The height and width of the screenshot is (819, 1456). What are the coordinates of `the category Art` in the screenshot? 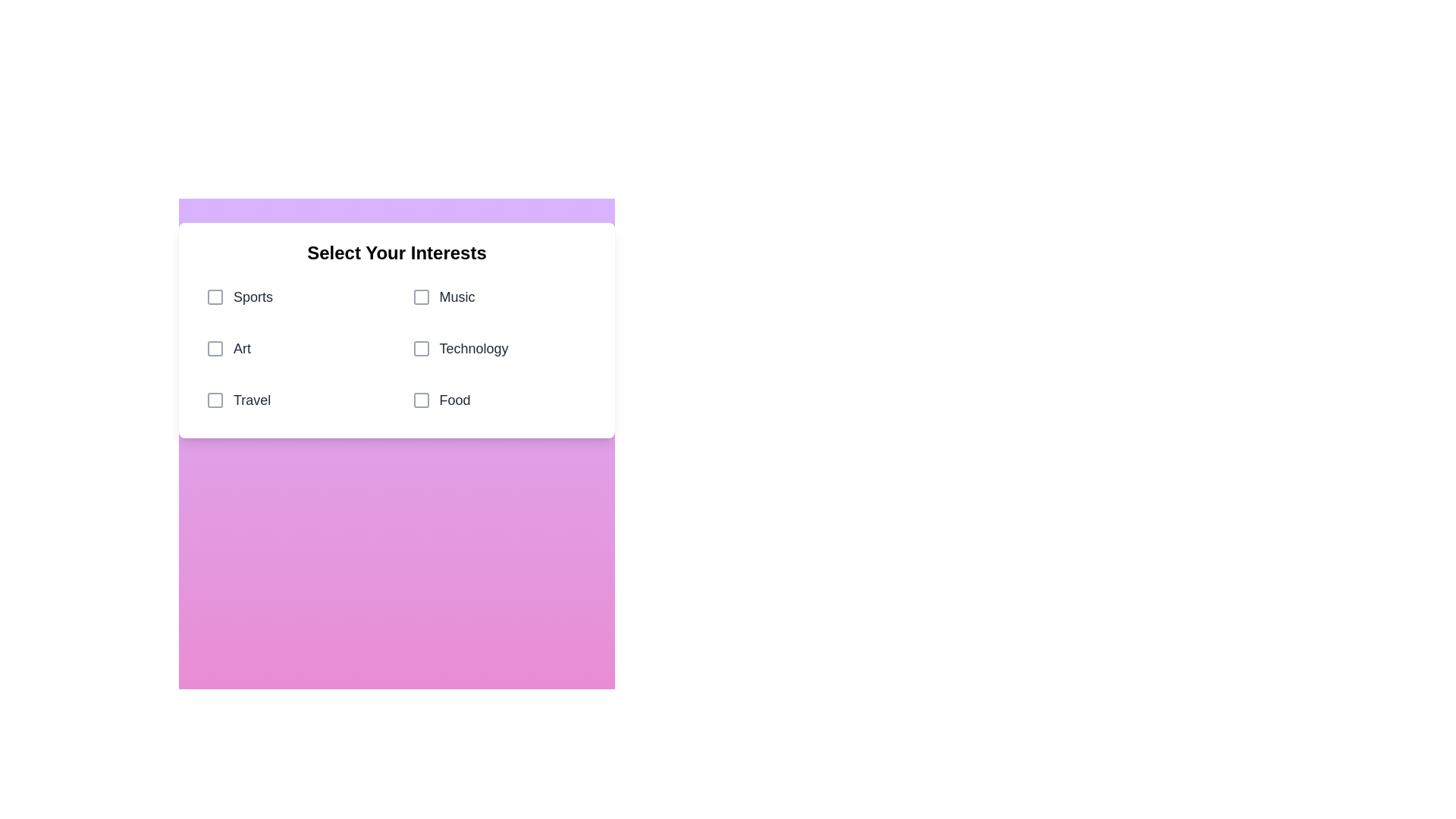 It's located at (293, 348).